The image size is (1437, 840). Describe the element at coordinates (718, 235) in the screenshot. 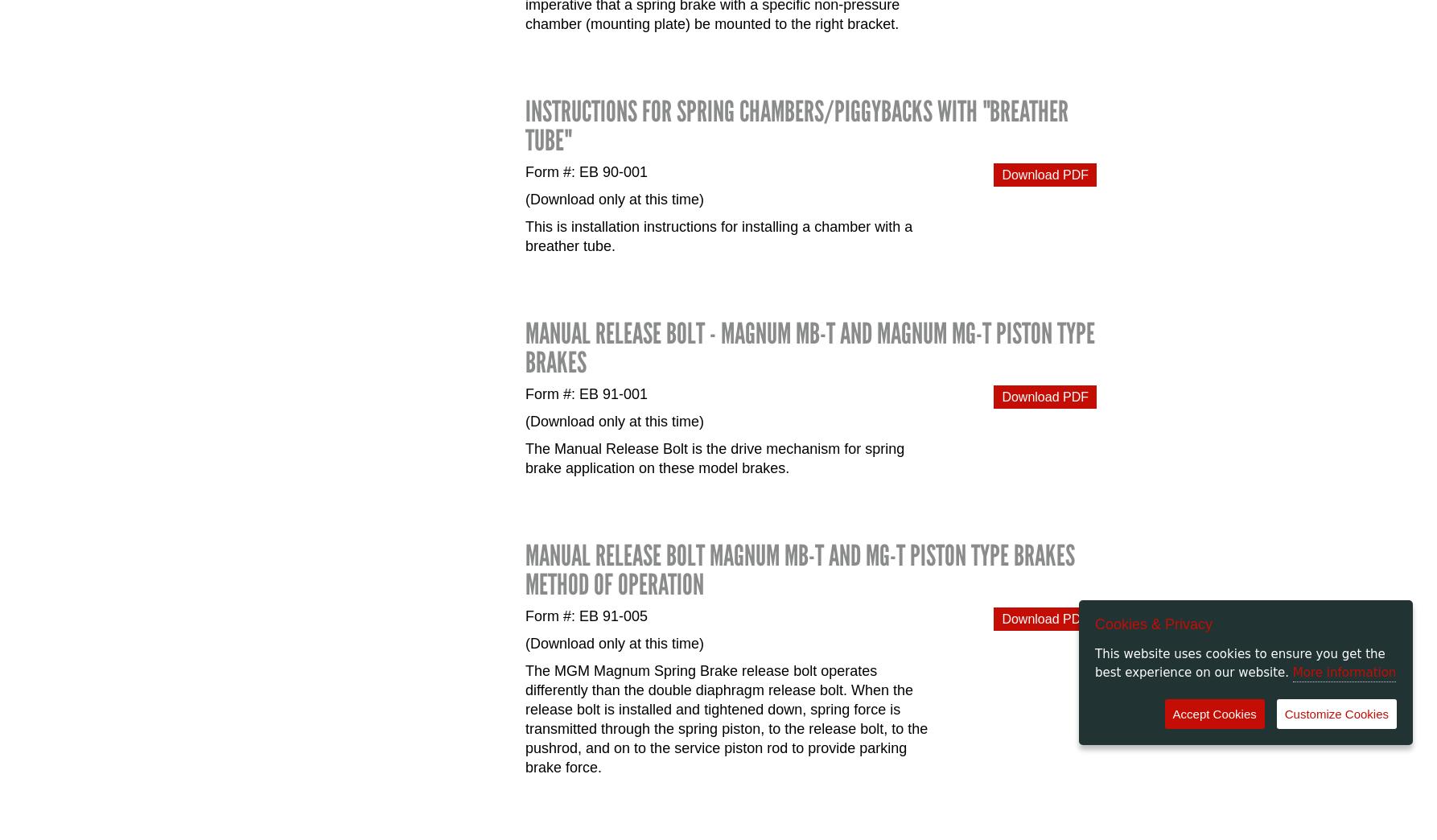

I see `'This is installation instructions for installing a chamber with a breather tube.'` at that location.